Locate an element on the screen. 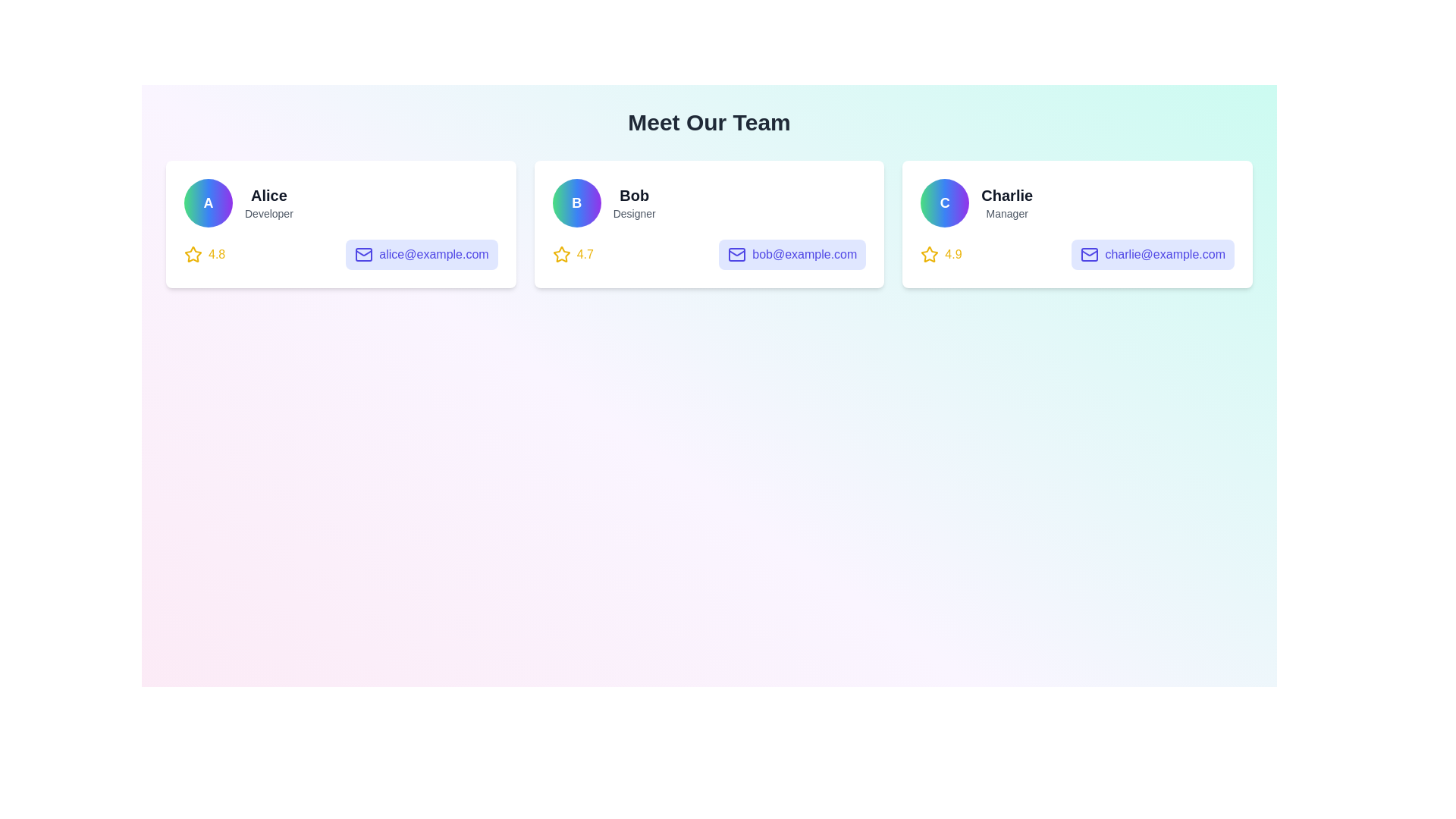 The width and height of the screenshot is (1456, 819). the email icon indicating email communication, located to the left of 'charlie@example.com' under the 'Meet Our Team' section, specifically in the third card for 'Charlie (Manager)' is located at coordinates (1089, 253).